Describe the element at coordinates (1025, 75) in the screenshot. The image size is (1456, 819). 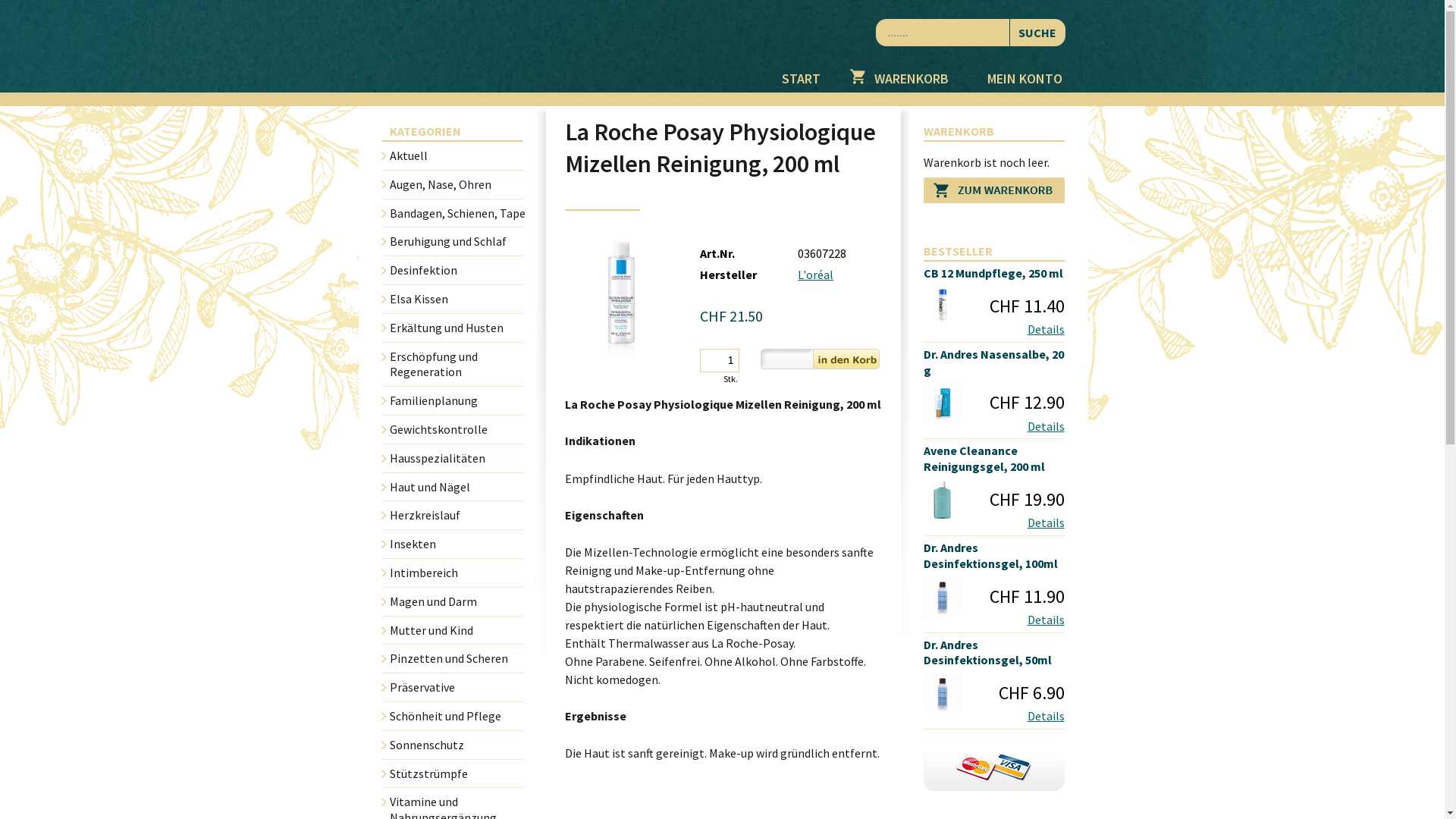
I see `'MEIN KONTO'` at that location.